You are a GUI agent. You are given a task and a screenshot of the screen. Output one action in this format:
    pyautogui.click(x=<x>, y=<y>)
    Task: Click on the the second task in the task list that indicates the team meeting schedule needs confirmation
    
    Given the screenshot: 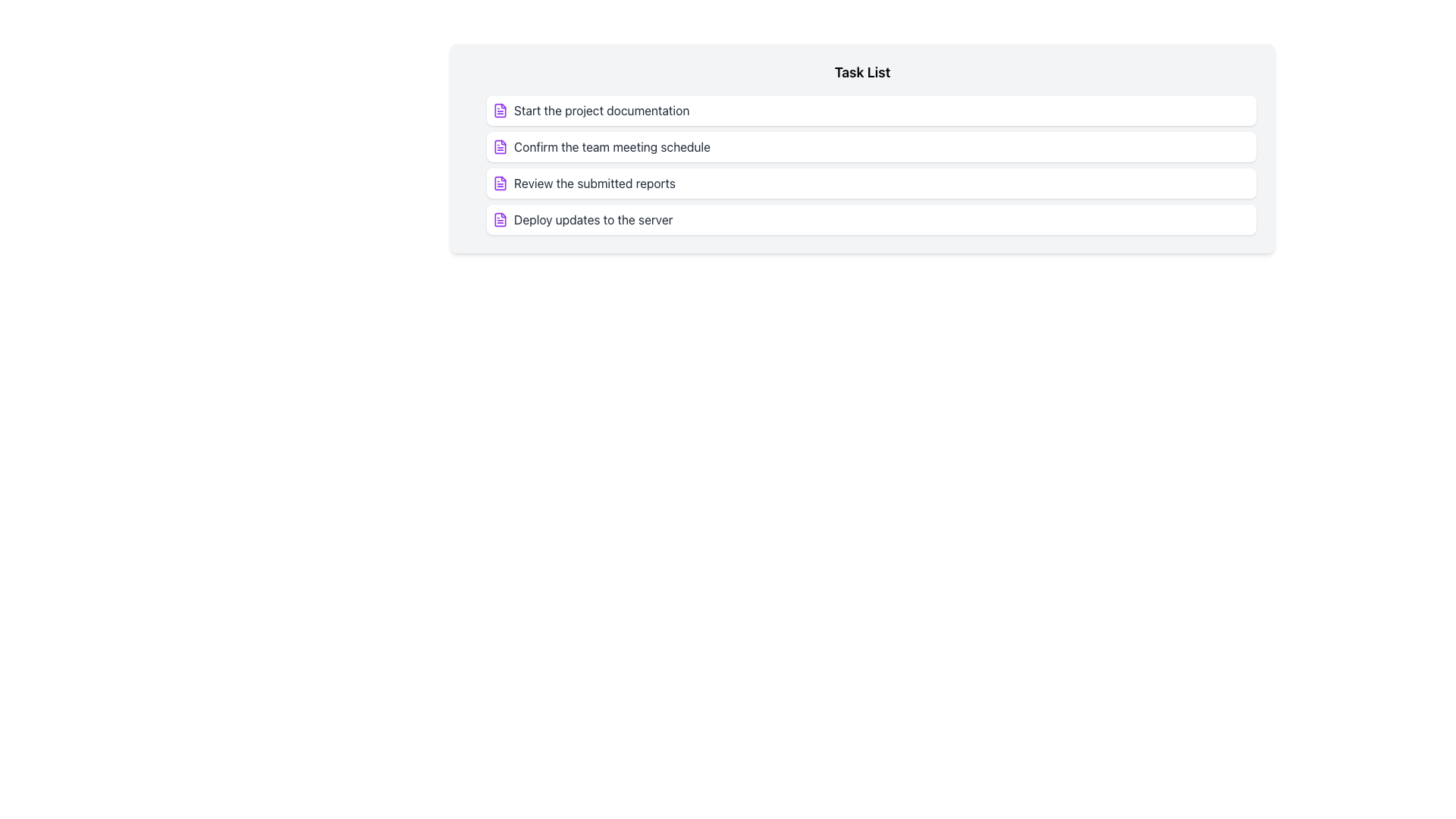 What is the action you would take?
    pyautogui.click(x=871, y=146)
    